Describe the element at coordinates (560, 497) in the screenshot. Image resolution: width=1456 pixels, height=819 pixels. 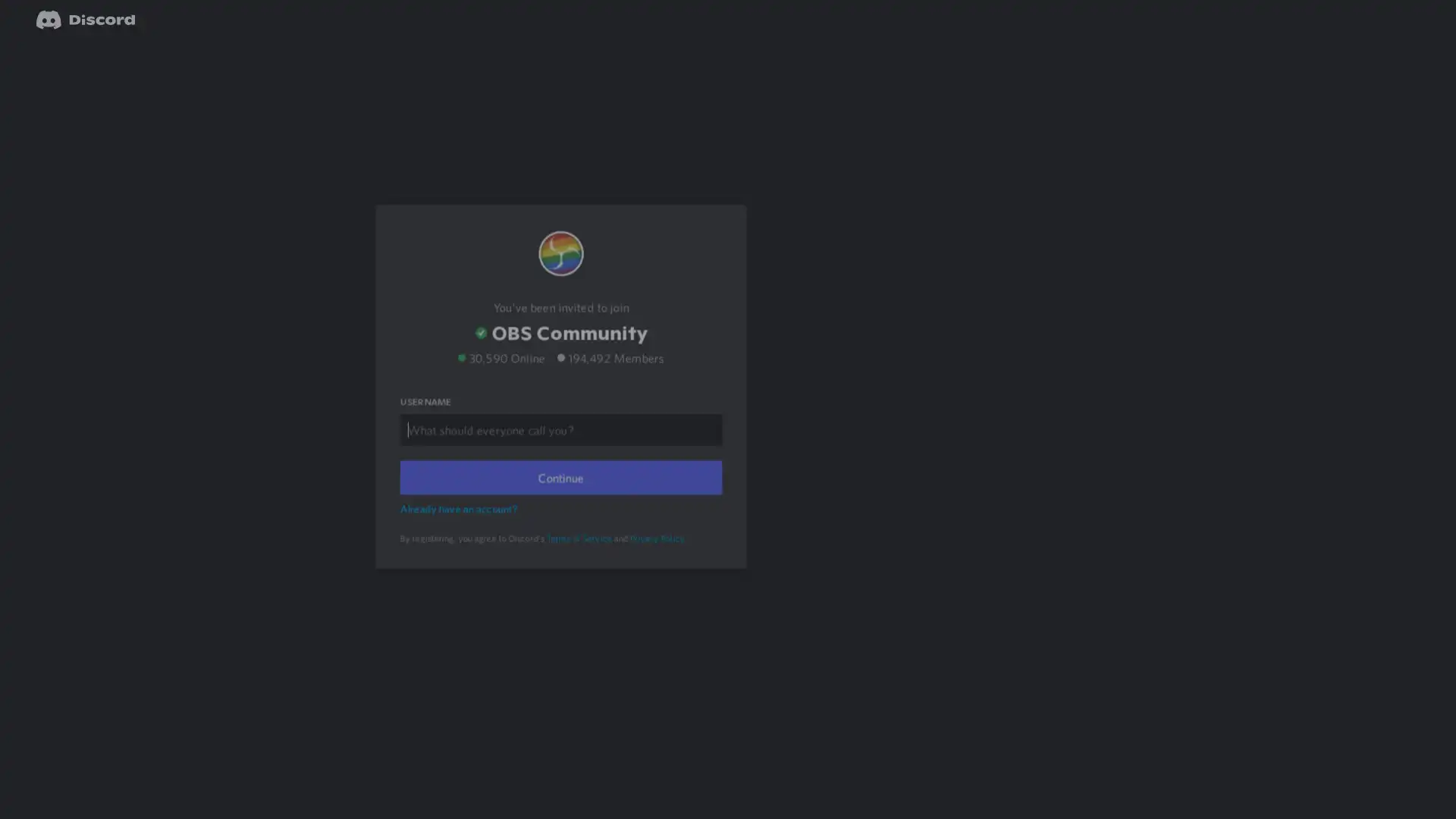
I see `Continue` at that location.